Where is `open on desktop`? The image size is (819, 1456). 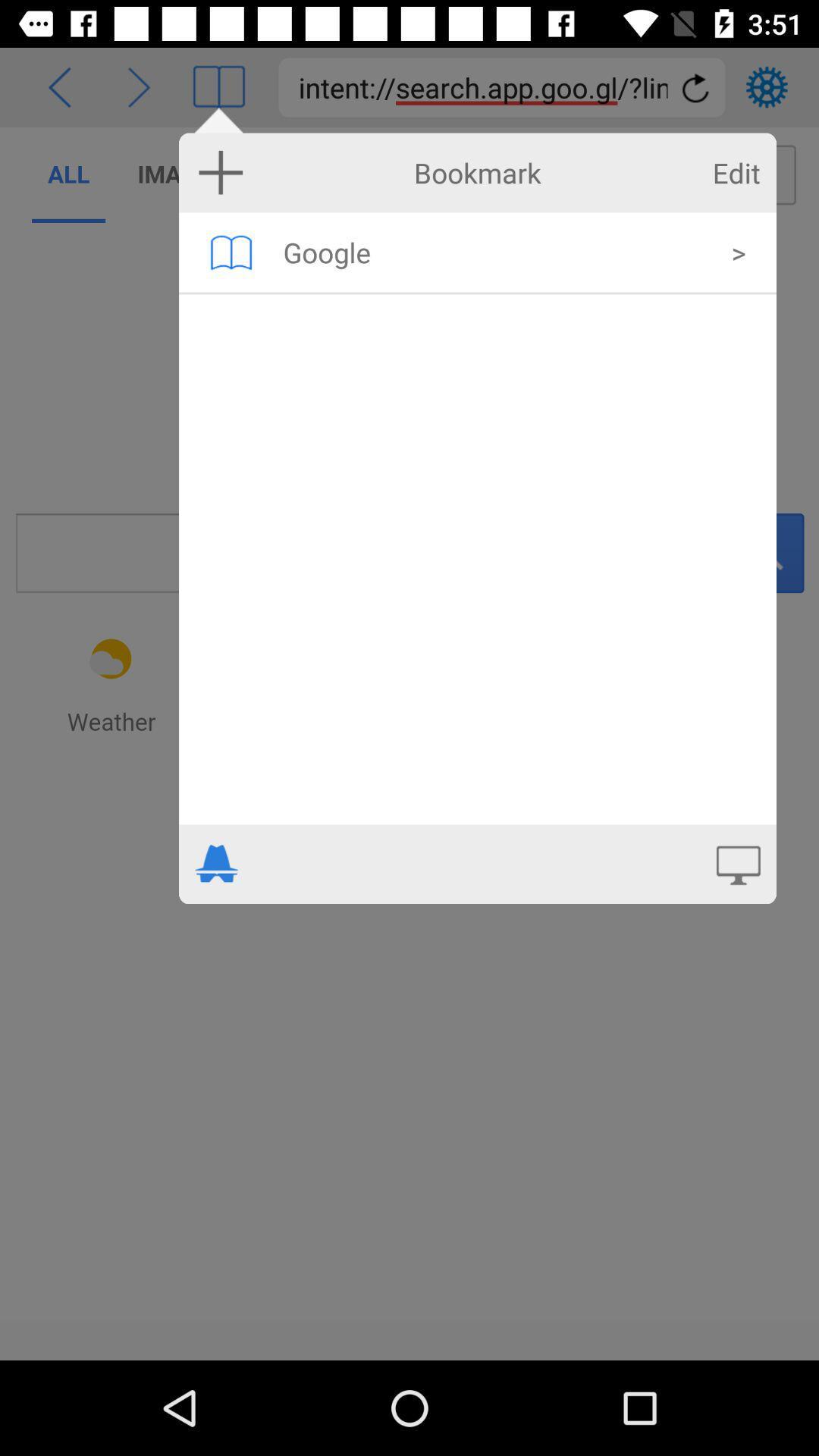
open on desktop is located at coordinates (737, 864).